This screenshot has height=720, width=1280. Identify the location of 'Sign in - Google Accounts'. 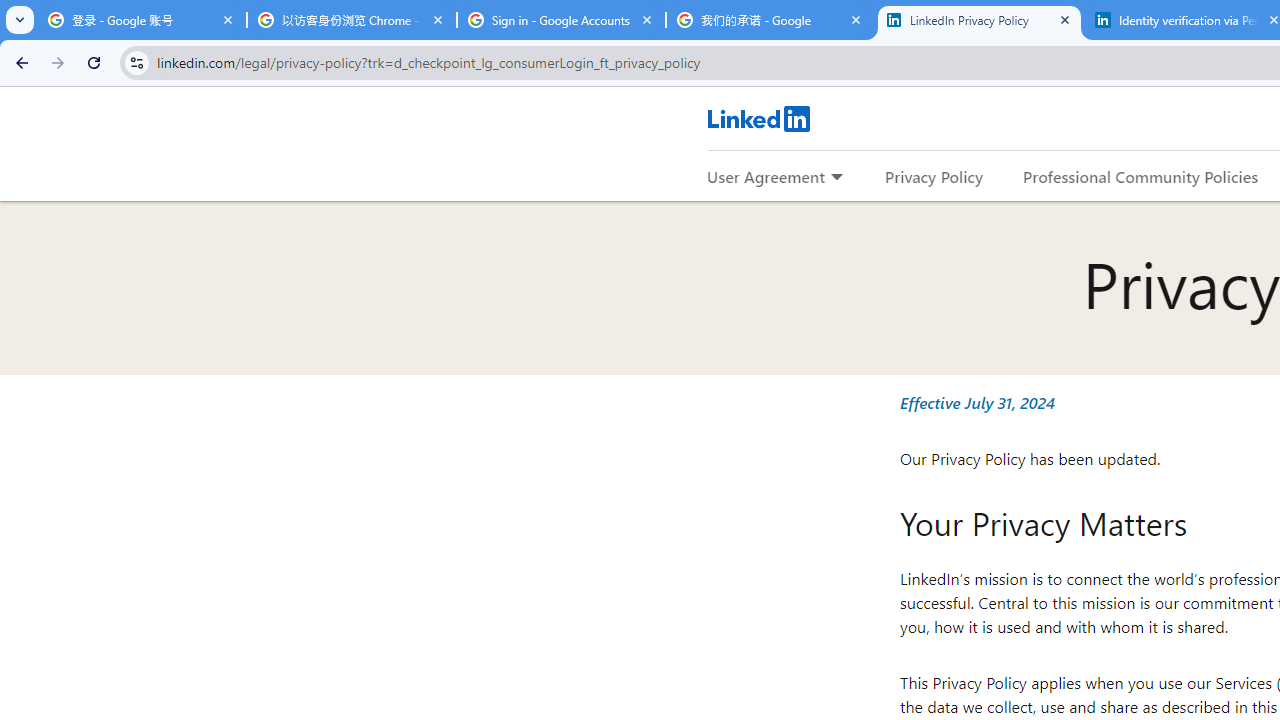
(560, 20).